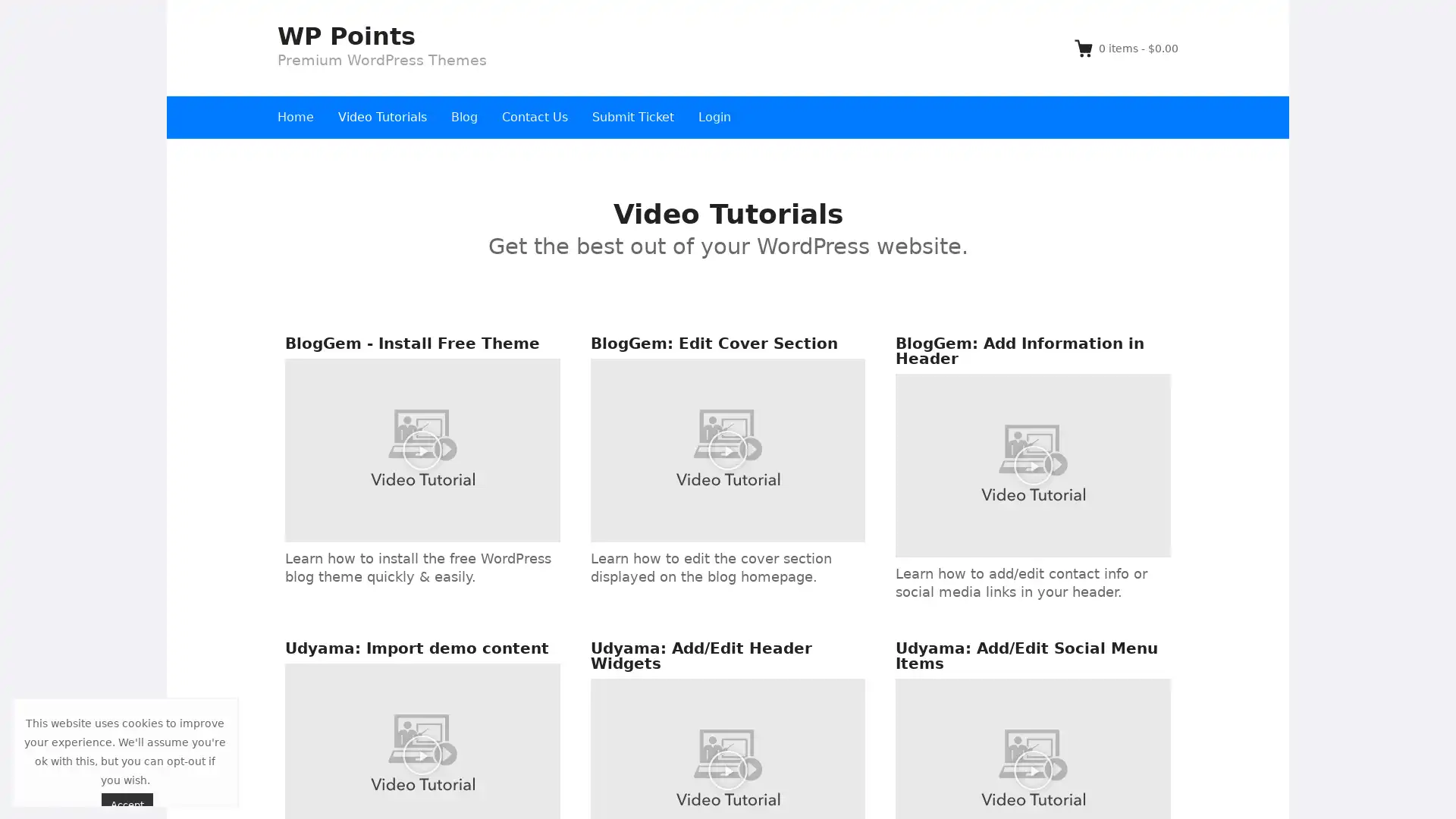  I want to click on Play Video, so click(726, 769).